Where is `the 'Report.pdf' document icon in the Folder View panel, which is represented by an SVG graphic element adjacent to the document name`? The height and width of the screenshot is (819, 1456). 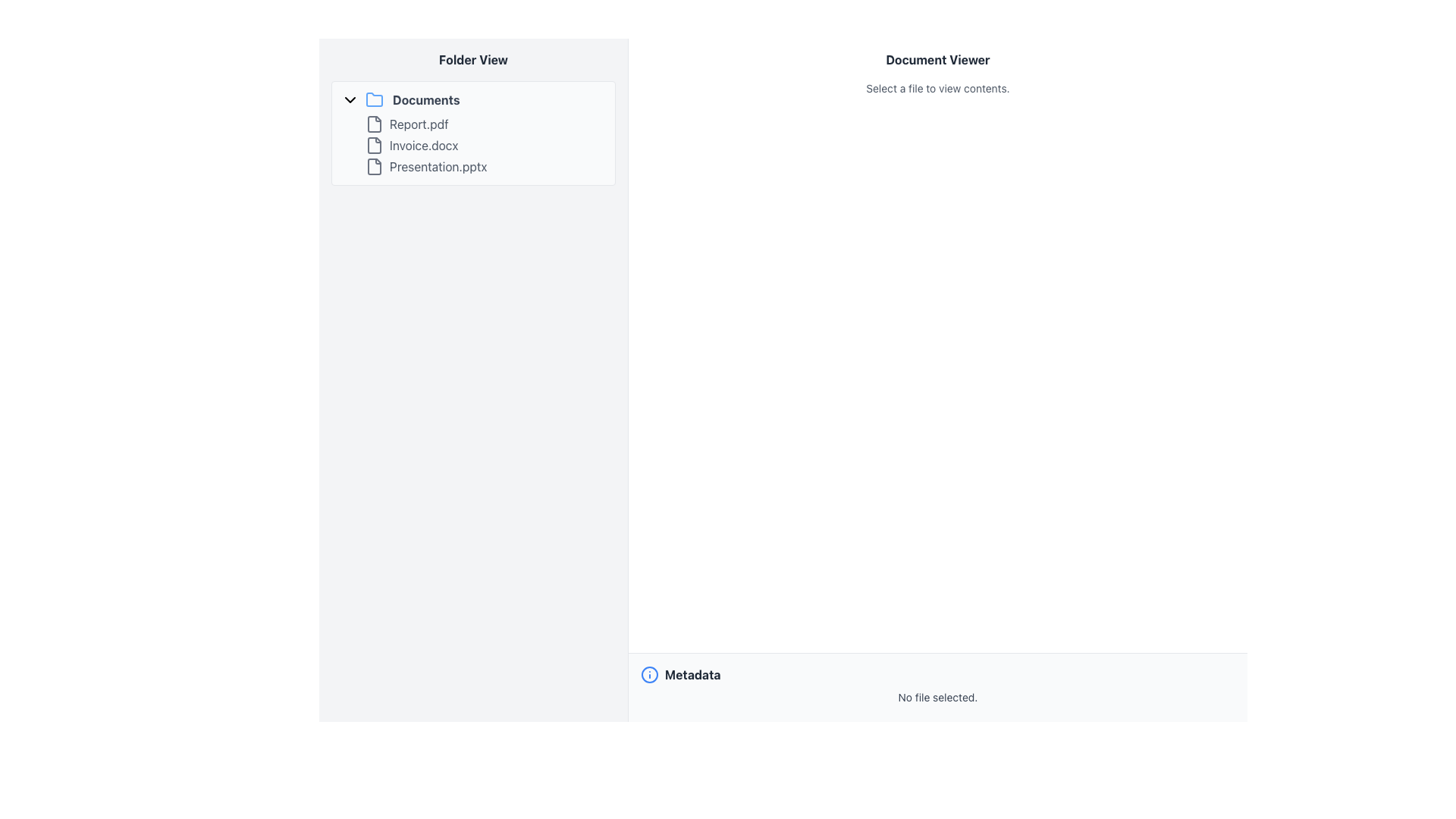
the 'Report.pdf' document icon in the Folder View panel, which is represented by an SVG graphic element adjacent to the document name is located at coordinates (375, 124).